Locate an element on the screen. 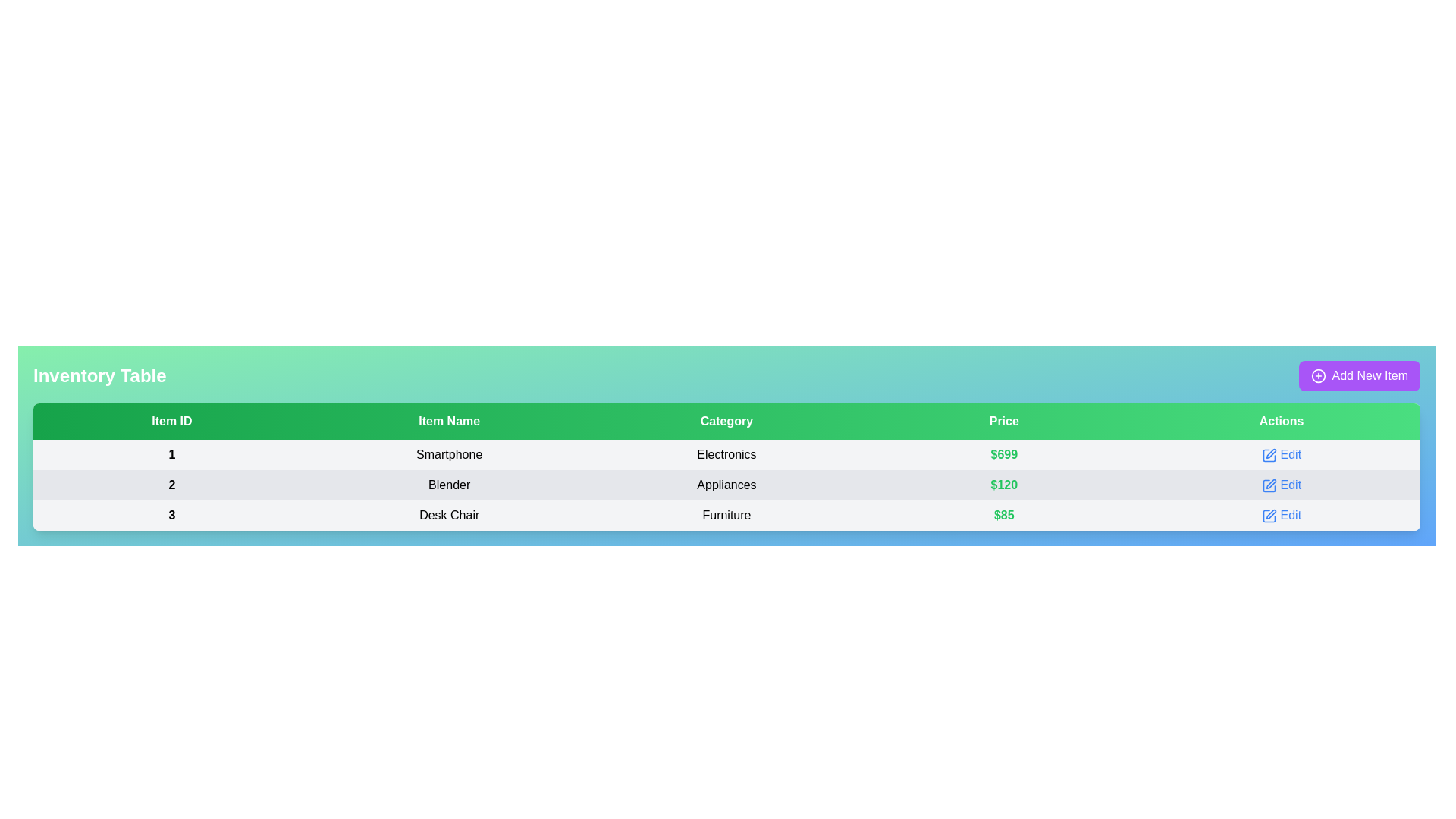 This screenshot has width=1456, height=819. the 'Edit' text link with a pen icon located in the last item of the 'Actions' column in the third row of the table is located at coordinates (1280, 514).